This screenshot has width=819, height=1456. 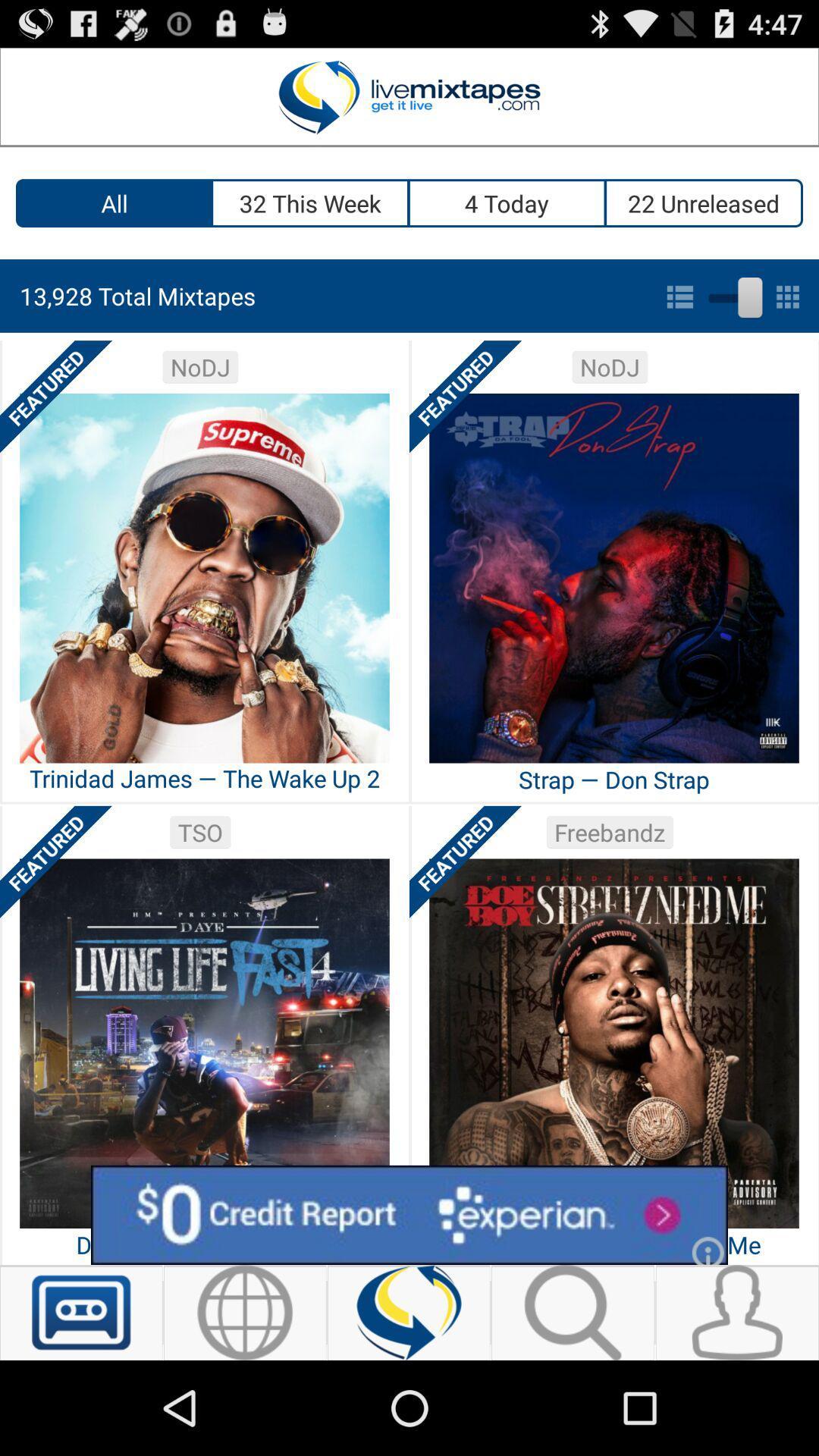 What do you see at coordinates (507, 202) in the screenshot?
I see `item next to the 32 this week` at bounding box center [507, 202].